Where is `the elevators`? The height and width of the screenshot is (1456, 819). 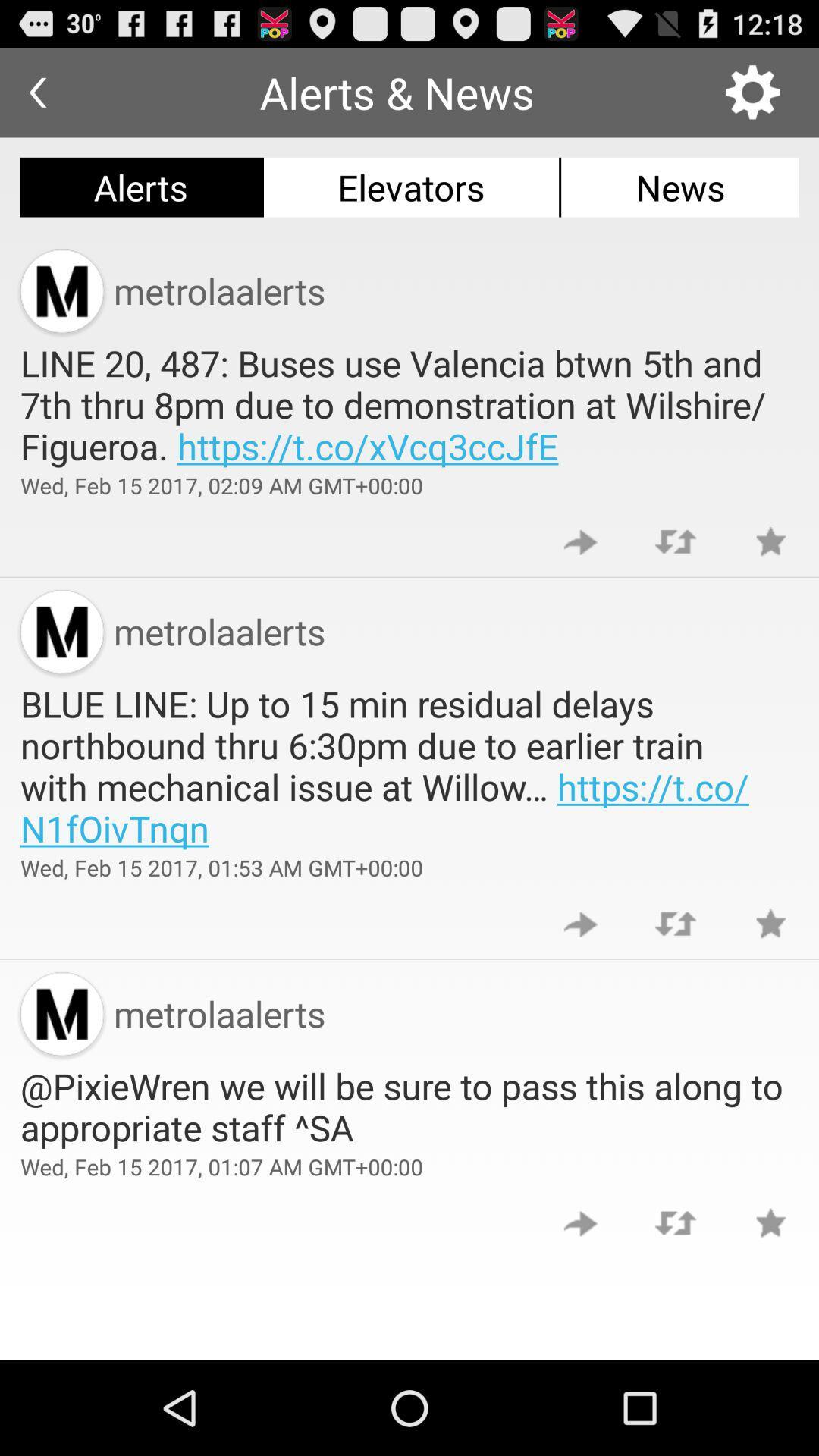
the elevators is located at coordinates (411, 187).